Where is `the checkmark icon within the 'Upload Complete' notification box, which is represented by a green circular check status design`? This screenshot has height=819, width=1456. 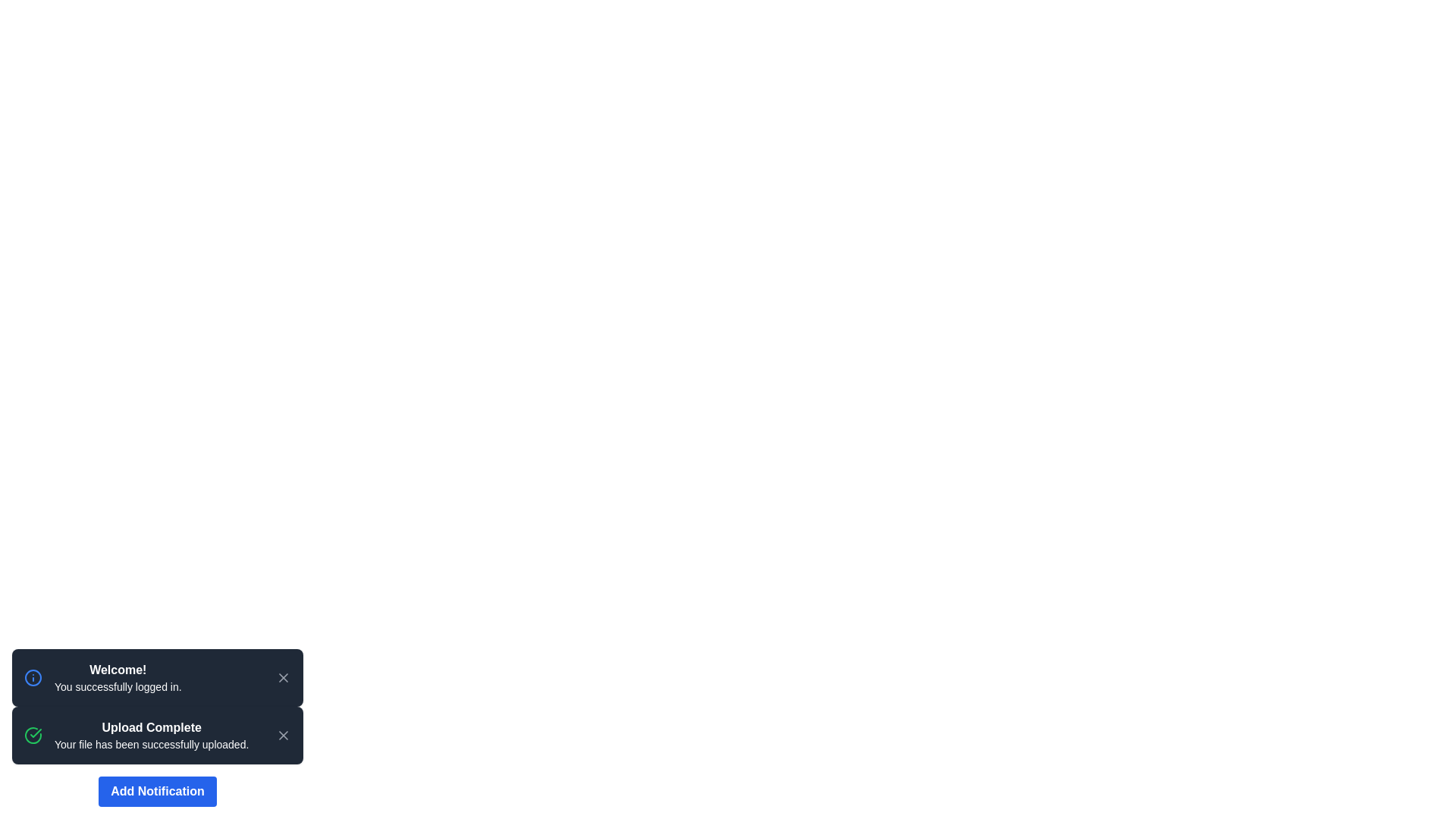
the checkmark icon within the 'Upload Complete' notification box, which is represented by a green circular check status design is located at coordinates (36, 733).